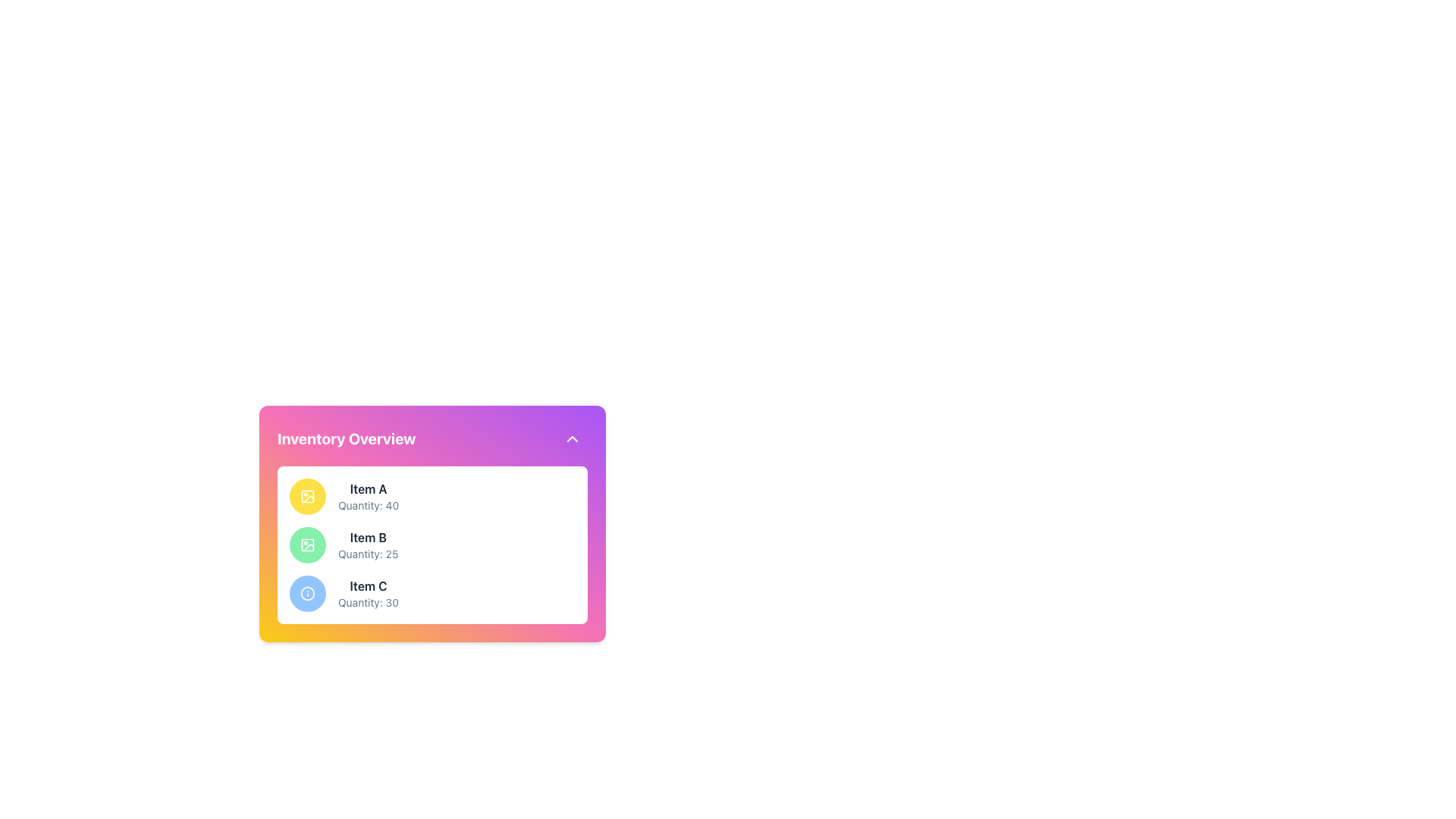 The height and width of the screenshot is (819, 1456). Describe the element at coordinates (307, 593) in the screenshot. I see `the circular light blue icon with a white border and an information symbol, which is the third item in the vertical list labeled 'Inventory Overview'` at that location.